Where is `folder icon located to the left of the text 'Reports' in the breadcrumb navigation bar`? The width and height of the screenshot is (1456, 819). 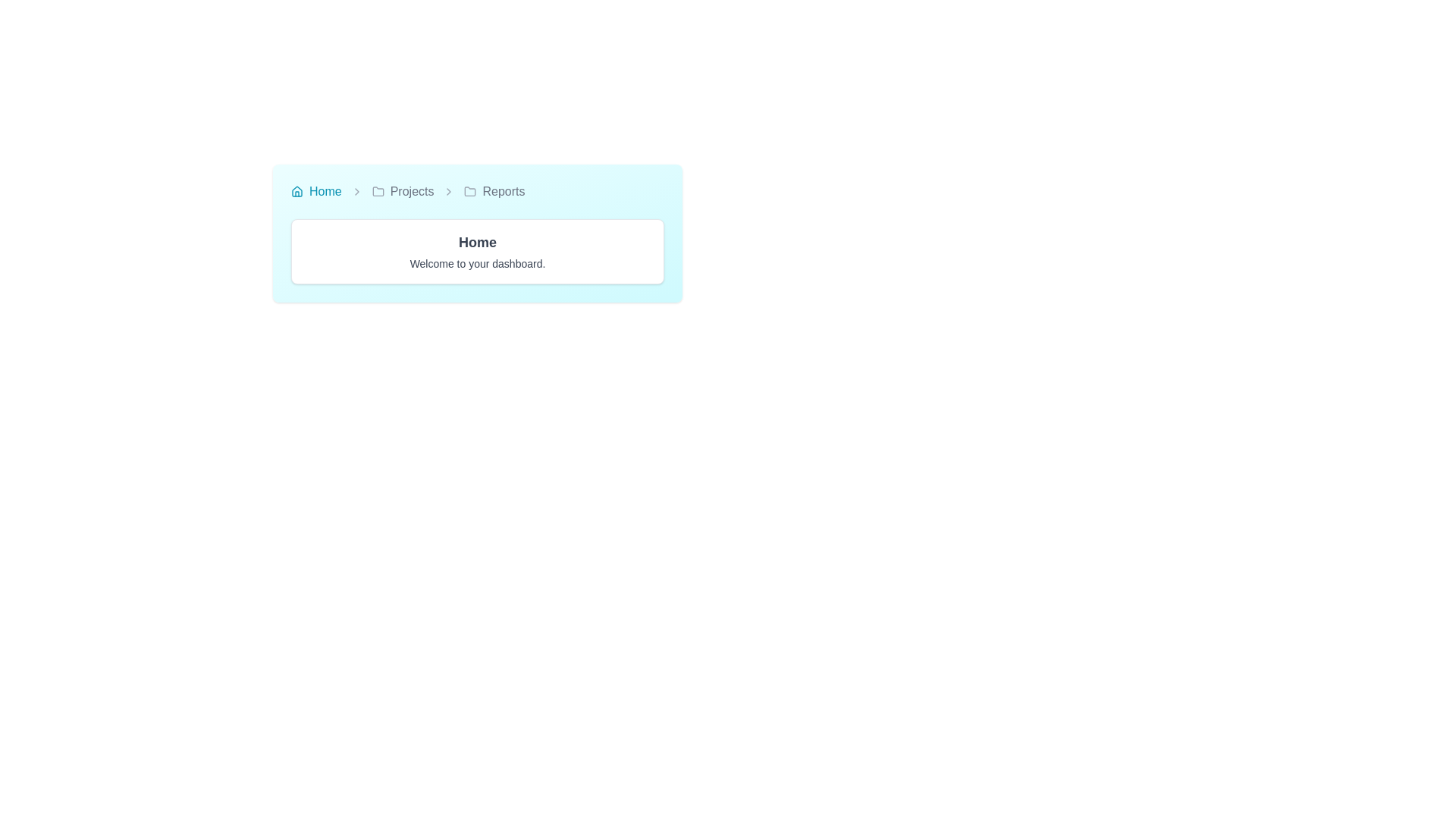 folder icon located to the left of the text 'Reports' in the breadcrumb navigation bar is located at coordinates (469, 191).